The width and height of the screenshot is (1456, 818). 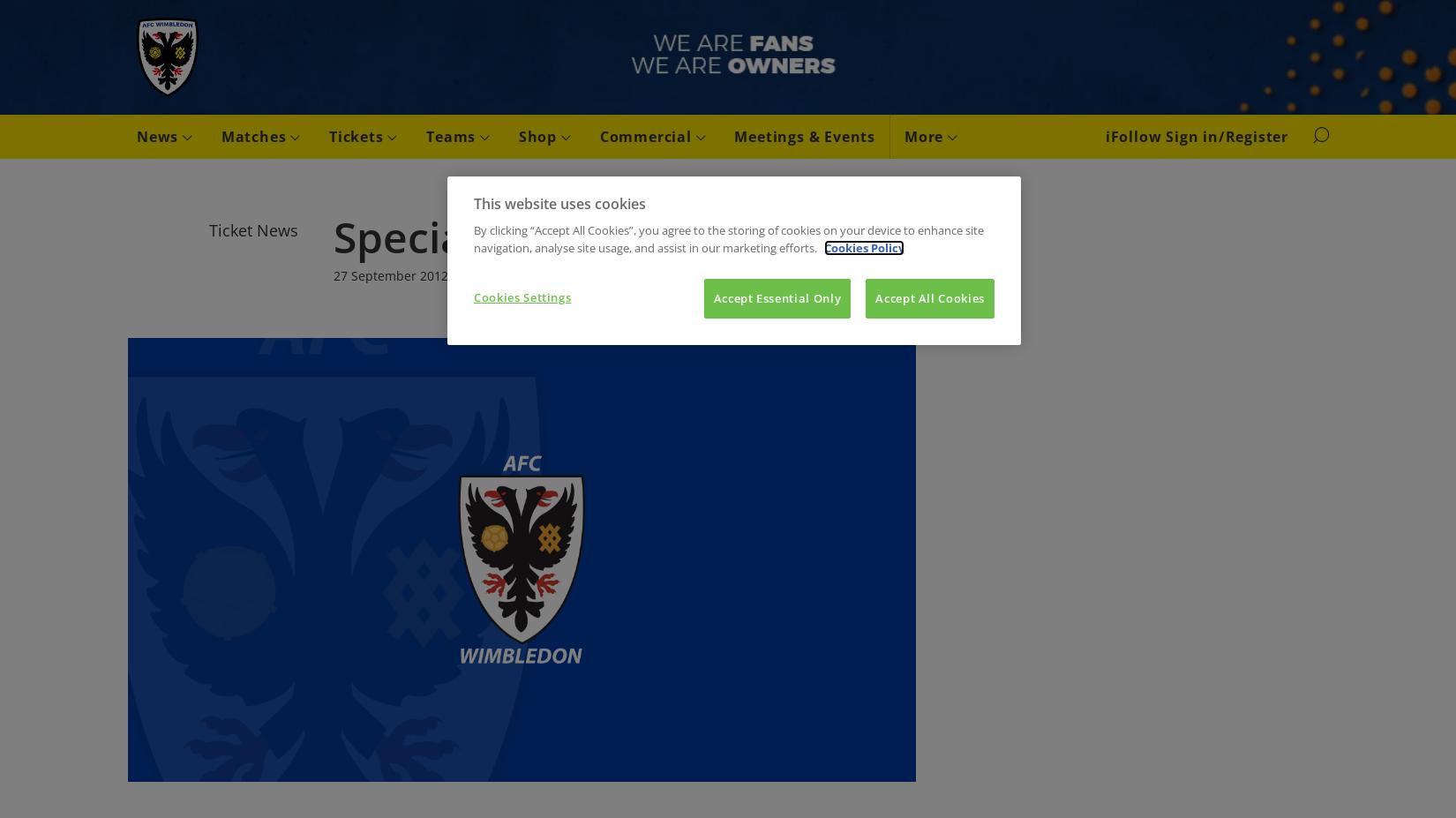 What do you see at coordinates (1195, 135) in the screenshot?
I see `'iFollow Sign in/Register'` at bounding box center [1195, 135].